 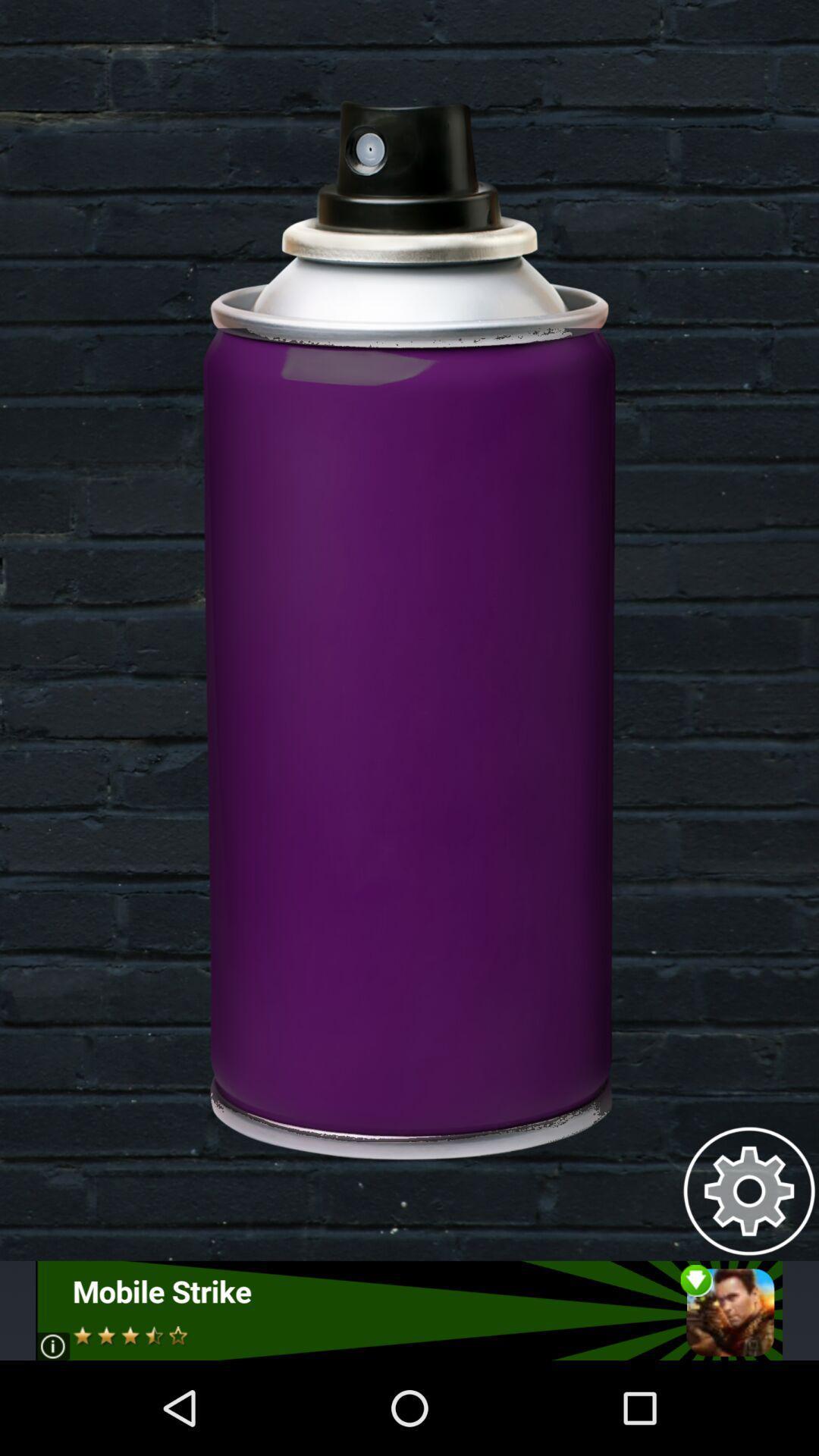 I want to click on the icon at the bottom right corner, so click(x=748, y=1190).